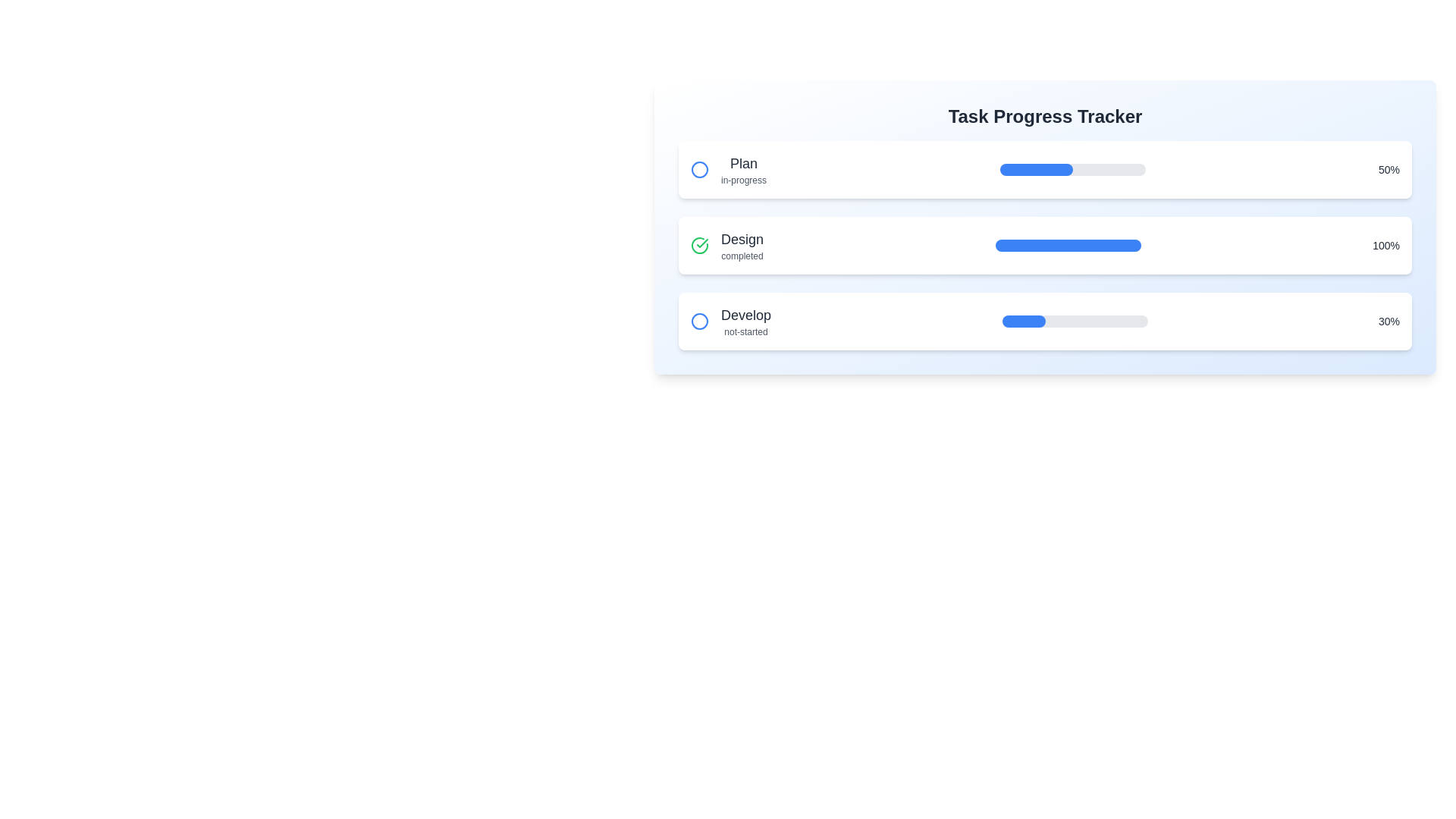 Image resolution: width=1456 pixels, height=819 pixels. Describe the element at coordinates (731, 321) in the screenshot. I see `the task name 'Develop' which is displayed in bold on the leftmost side of its card, to interact with it` at that location.